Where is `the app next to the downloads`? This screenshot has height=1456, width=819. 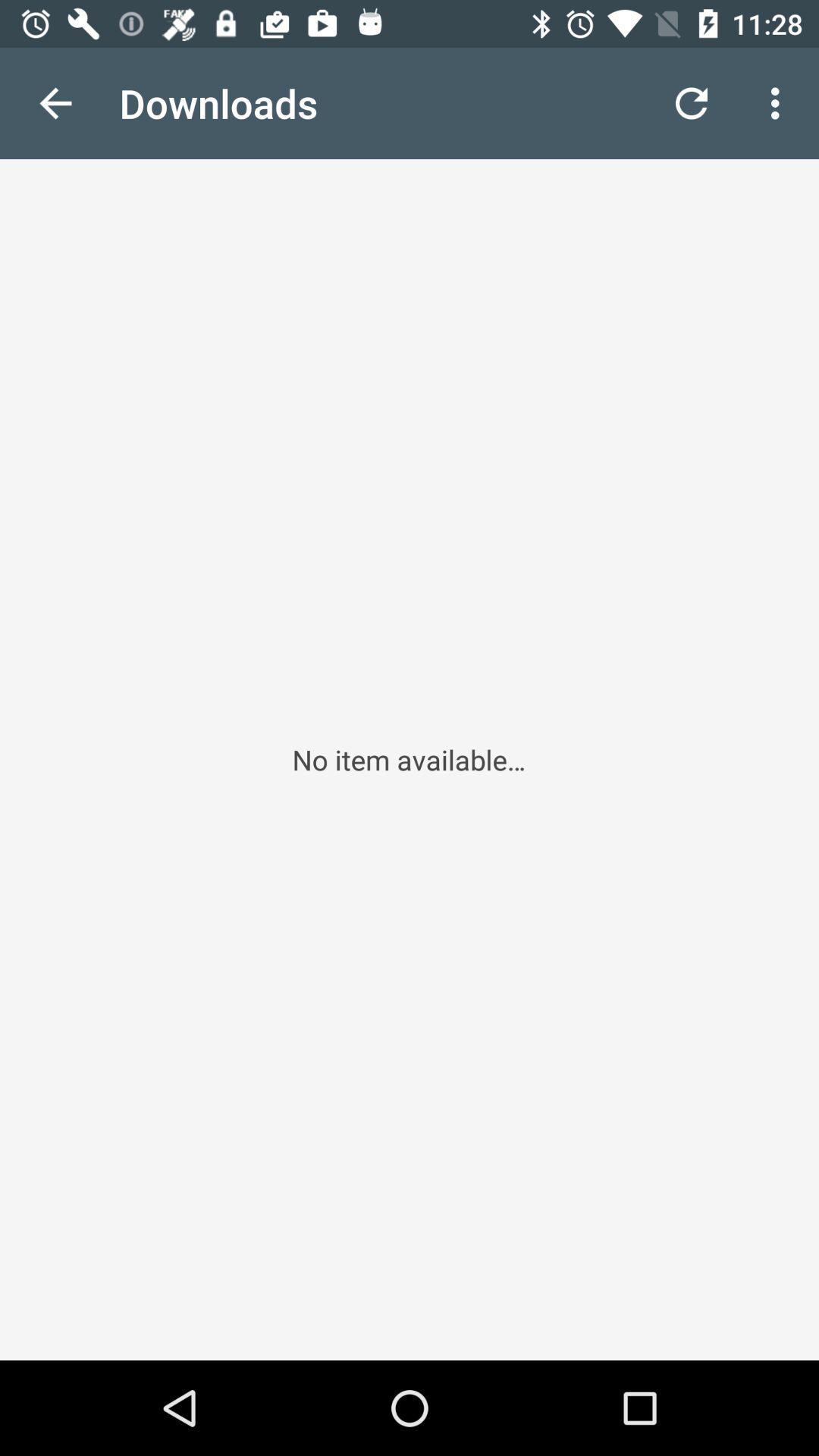
the app next to the downloads is located at coordinates (691, 102).